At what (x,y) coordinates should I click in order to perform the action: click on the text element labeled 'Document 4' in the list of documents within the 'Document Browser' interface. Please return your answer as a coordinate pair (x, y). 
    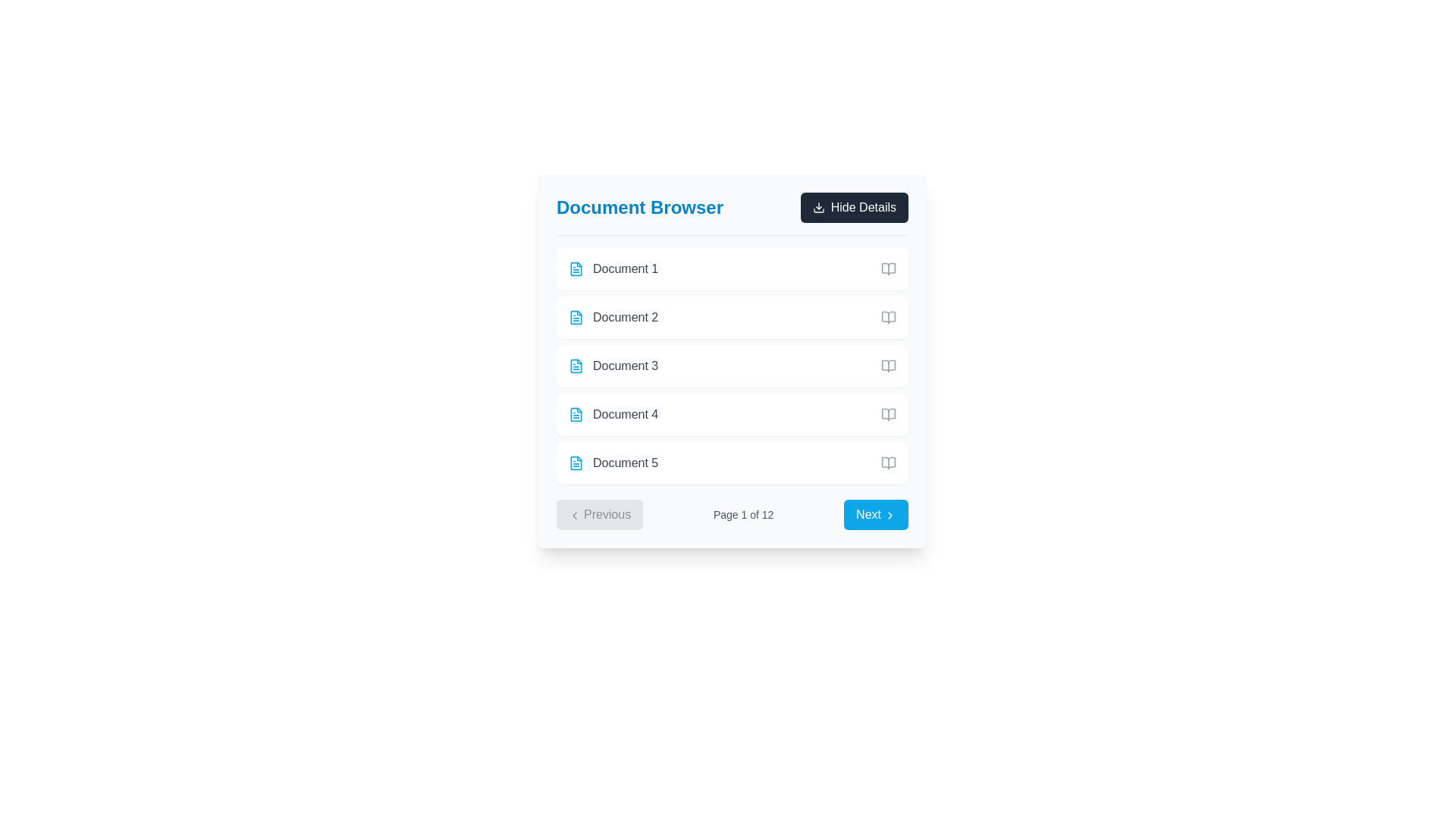
    Looking at the image, I should click on (626, 415).